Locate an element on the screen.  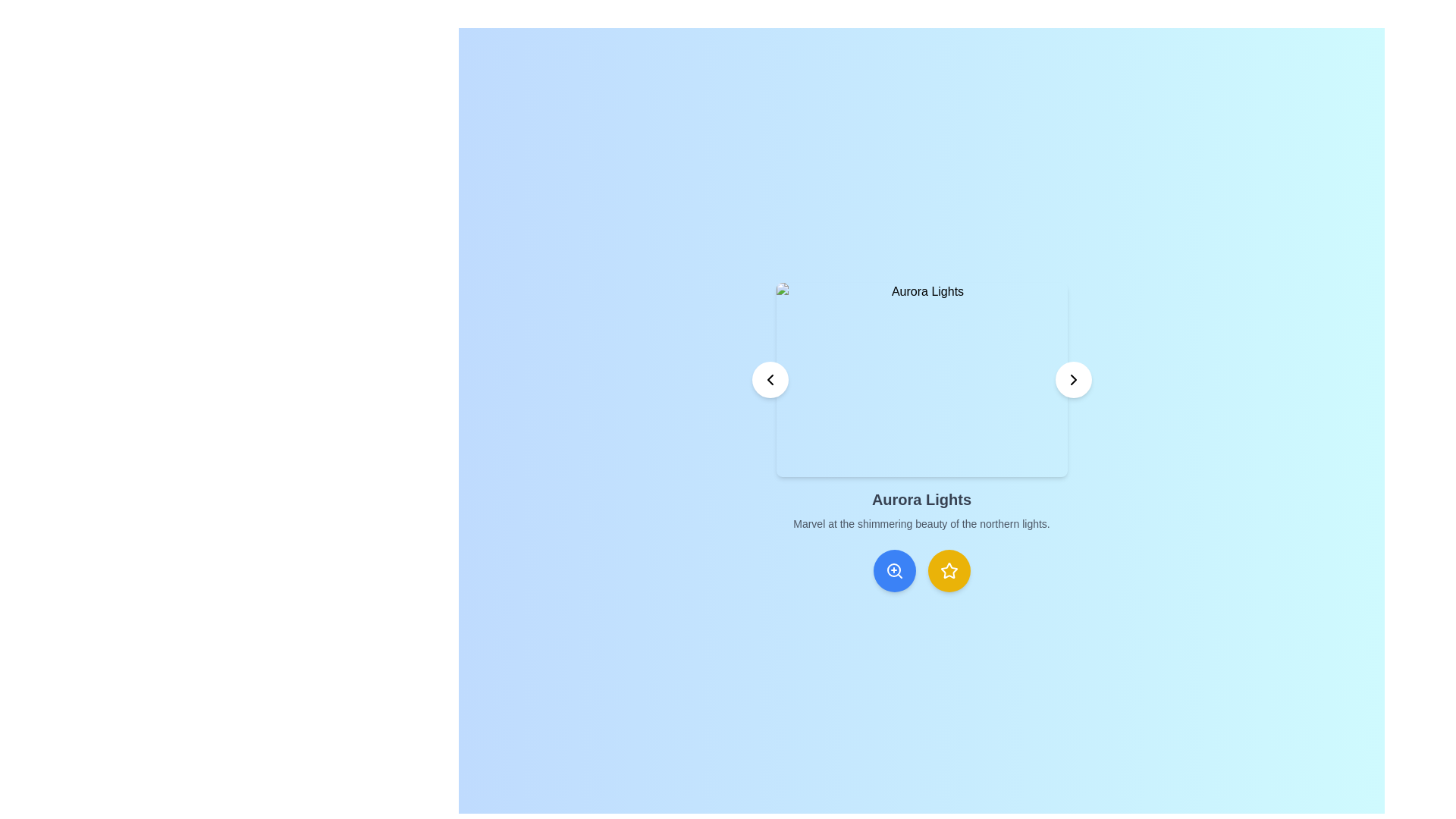
the circular button with a right-facing chevron to change its appearance is located at coordinates (1072, 379).